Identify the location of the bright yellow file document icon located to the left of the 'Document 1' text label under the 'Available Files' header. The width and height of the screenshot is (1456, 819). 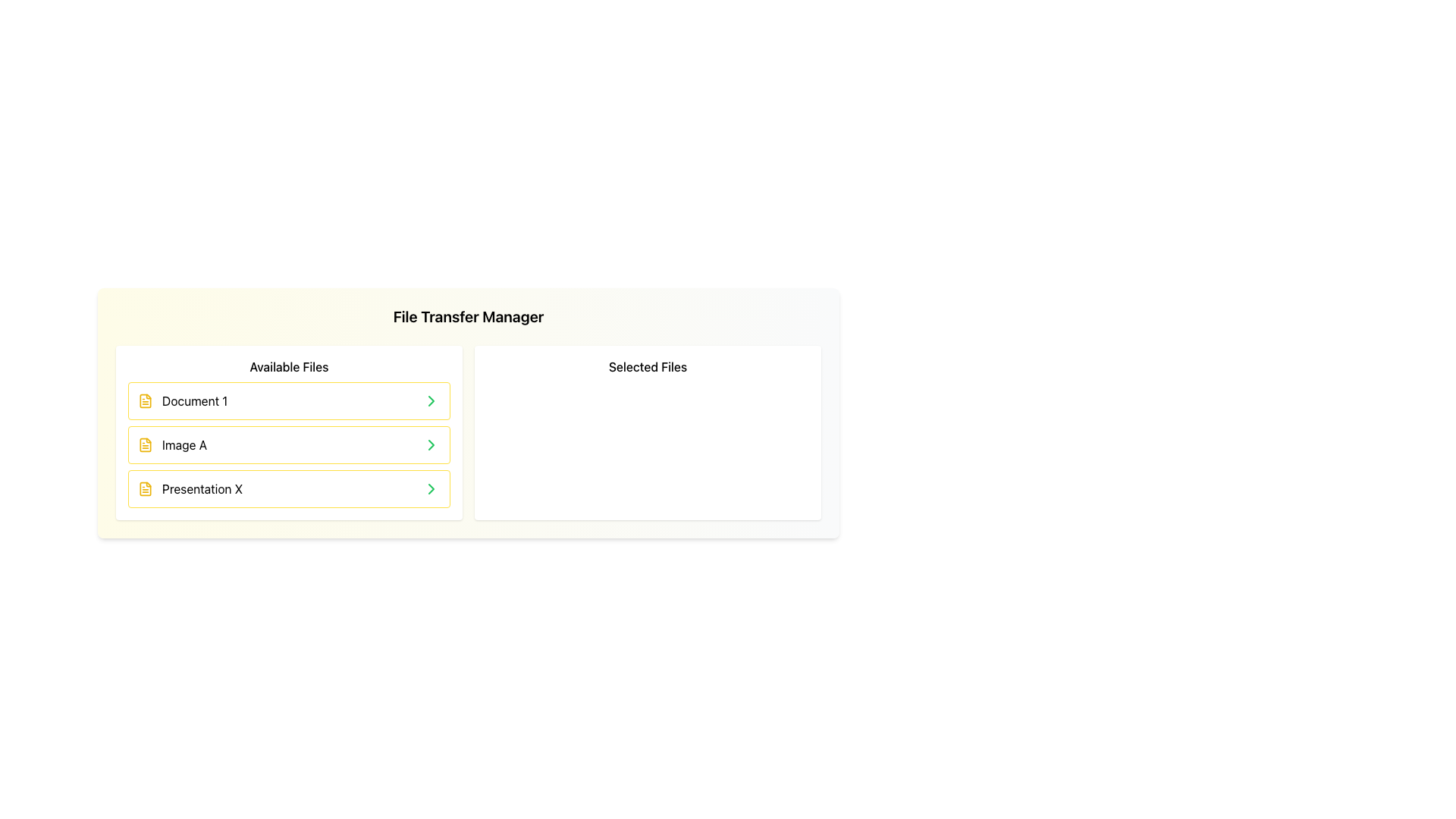
(146, 400).